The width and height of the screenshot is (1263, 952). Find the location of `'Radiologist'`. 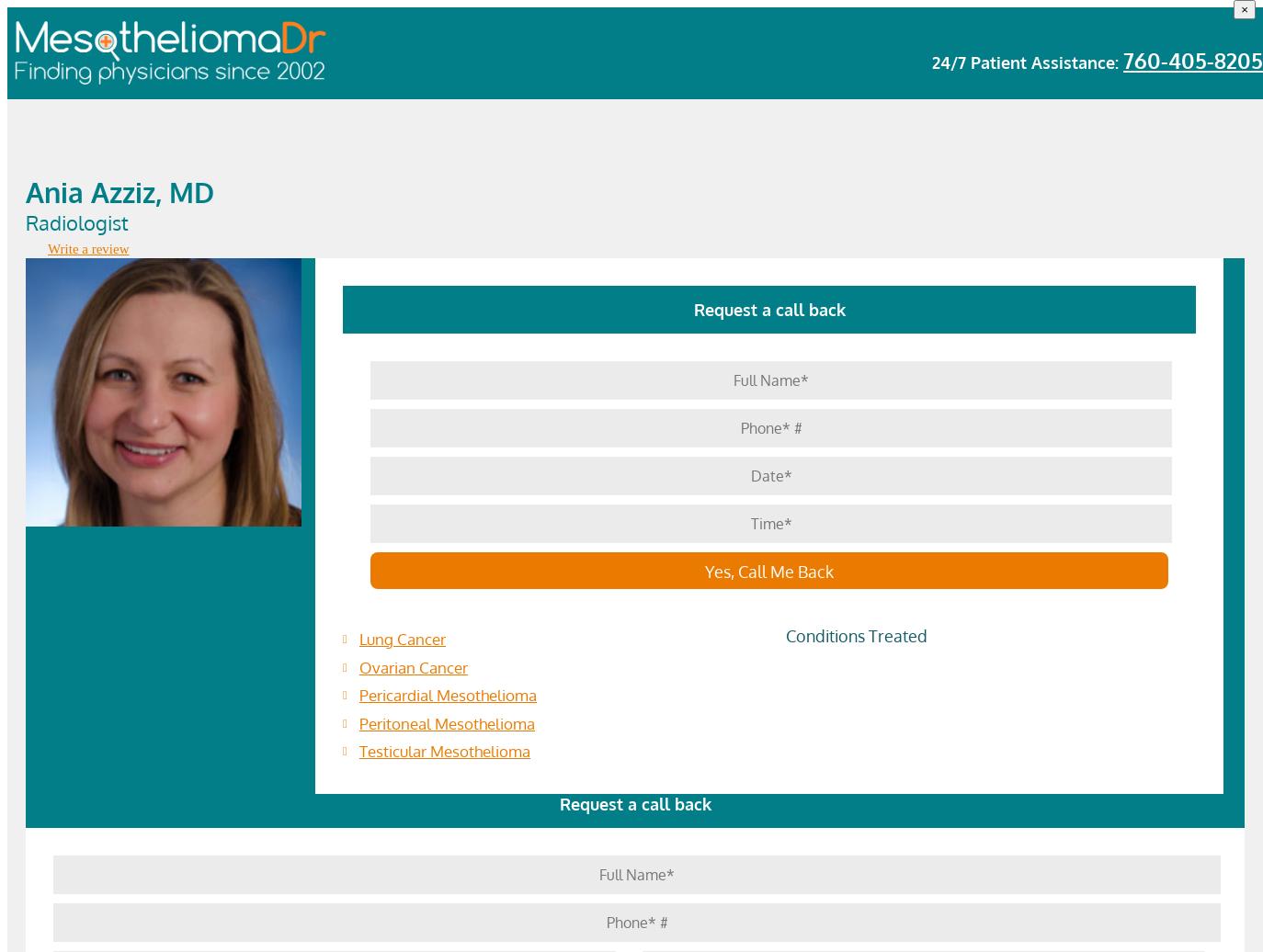

'Radiologist' is located at coordinates (75, 222).